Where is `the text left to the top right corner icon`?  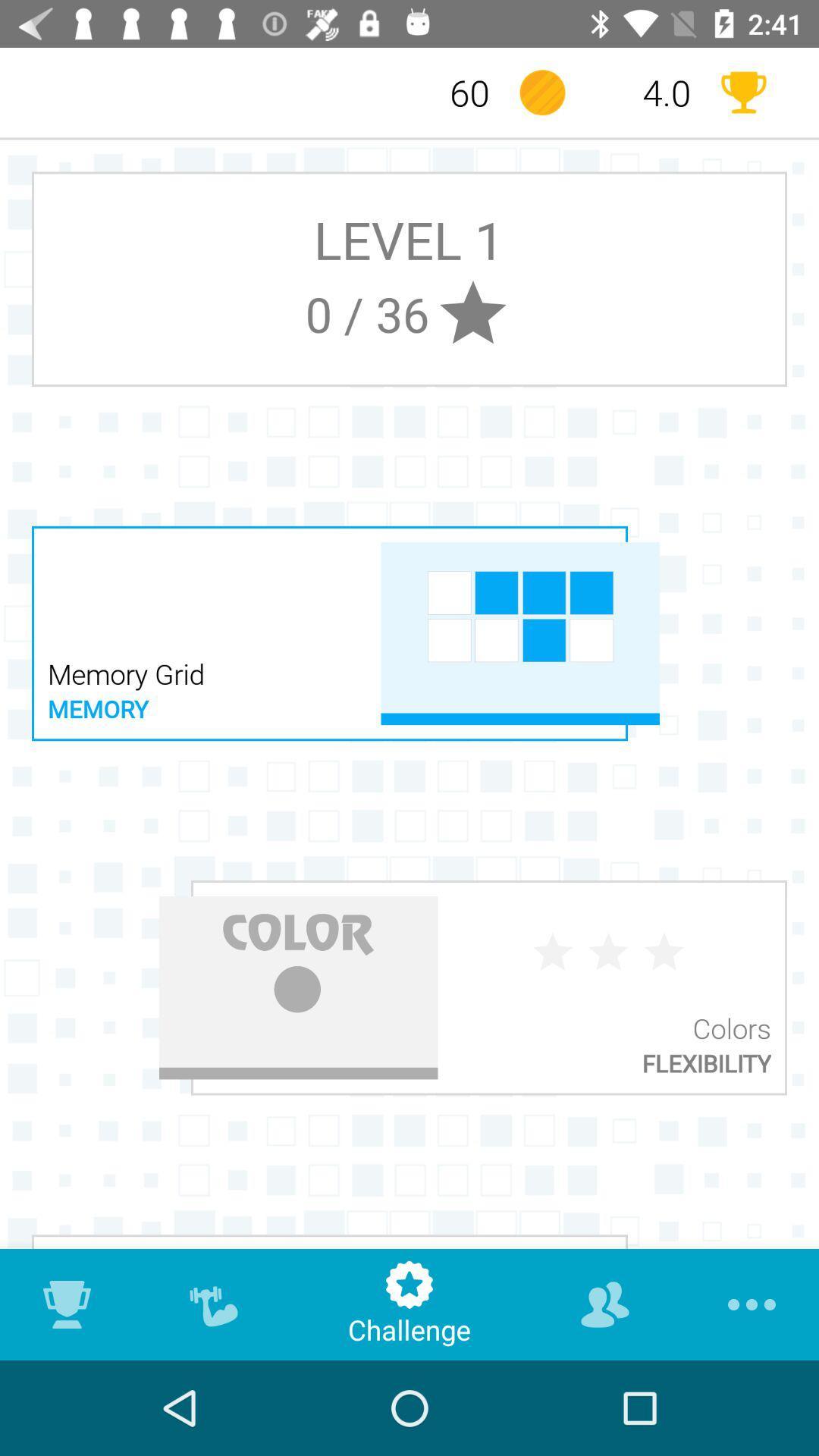 the text left to the top right corner icon is located at coordinates (643, 92).